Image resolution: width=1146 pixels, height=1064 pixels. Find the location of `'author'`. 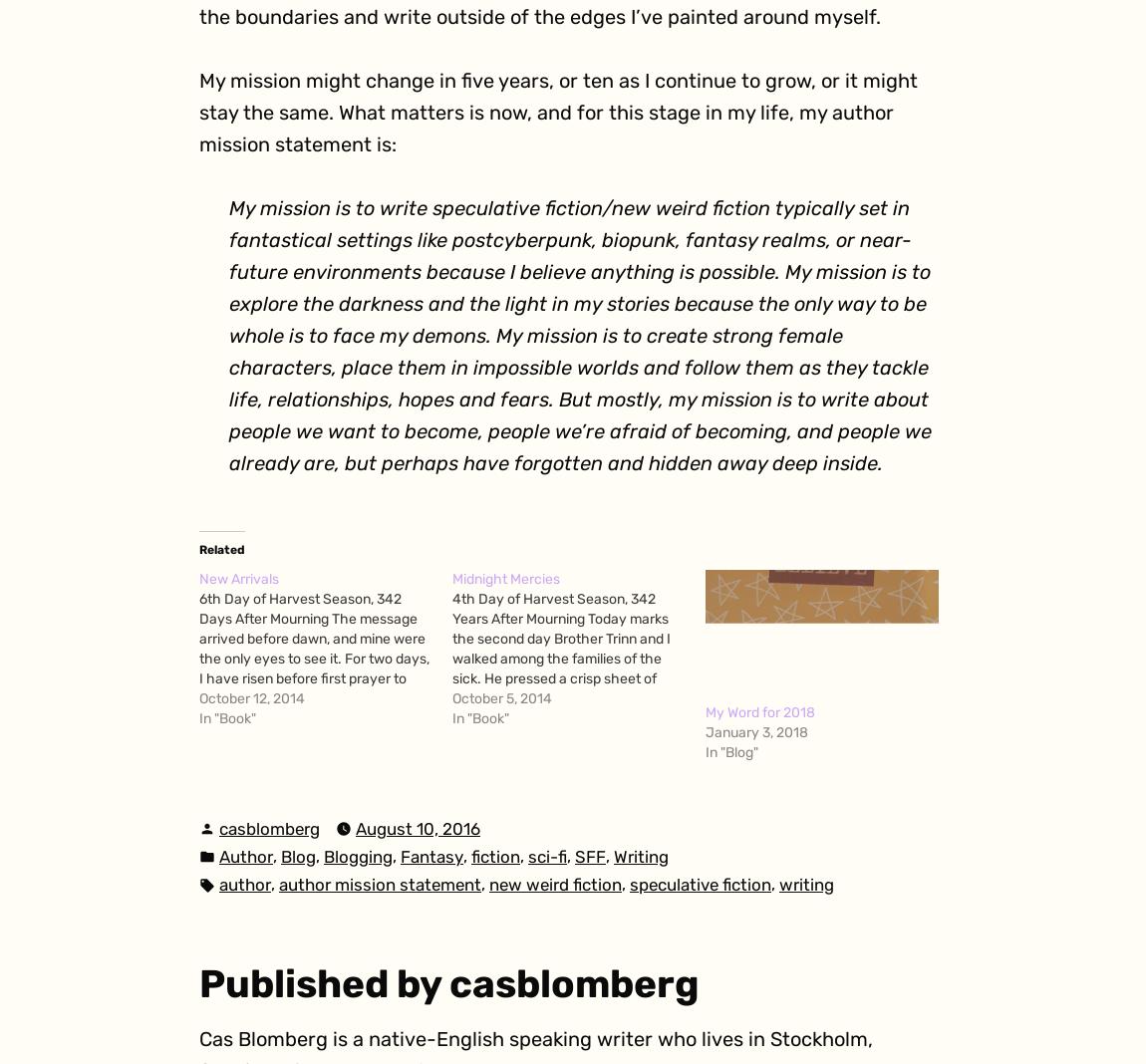

'author' is located at coordinates (243, 884).